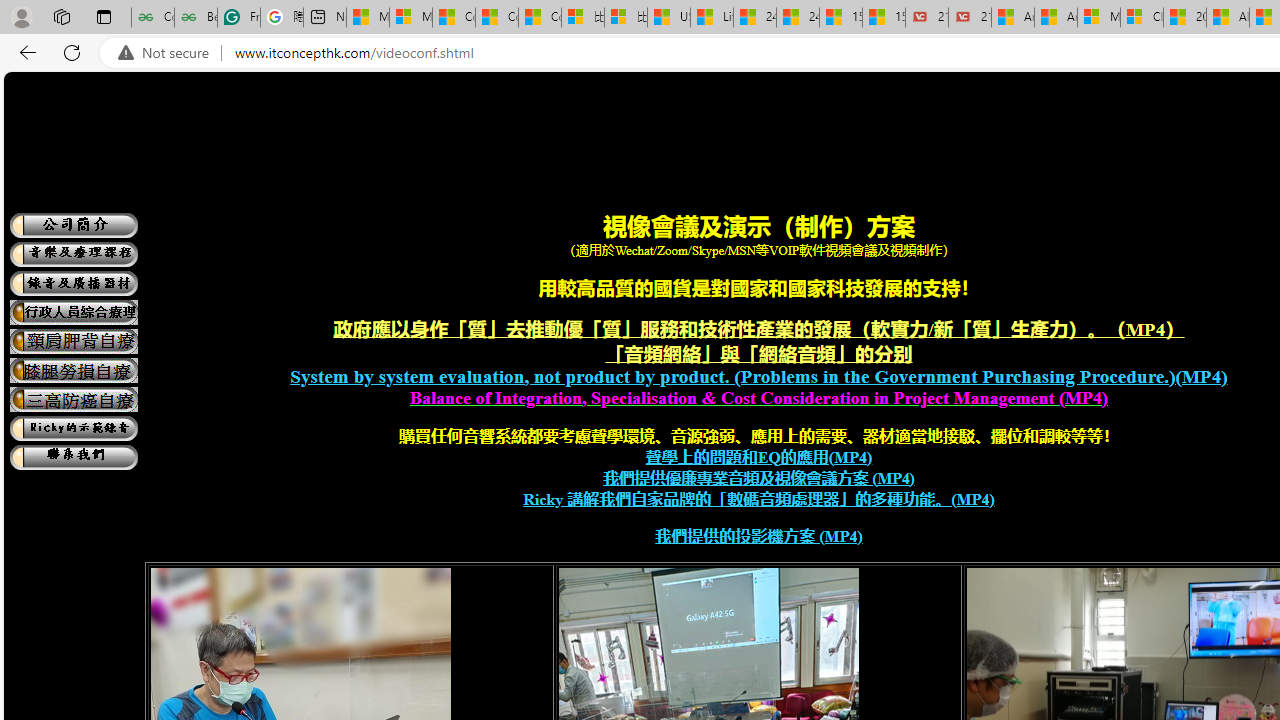 The image size is (1280, 720). Describe the element at coordinates (196, 17) in the screenshot. I see `'Best SSL Certificates Provider in India - GeeksforGeeks'` at that location.